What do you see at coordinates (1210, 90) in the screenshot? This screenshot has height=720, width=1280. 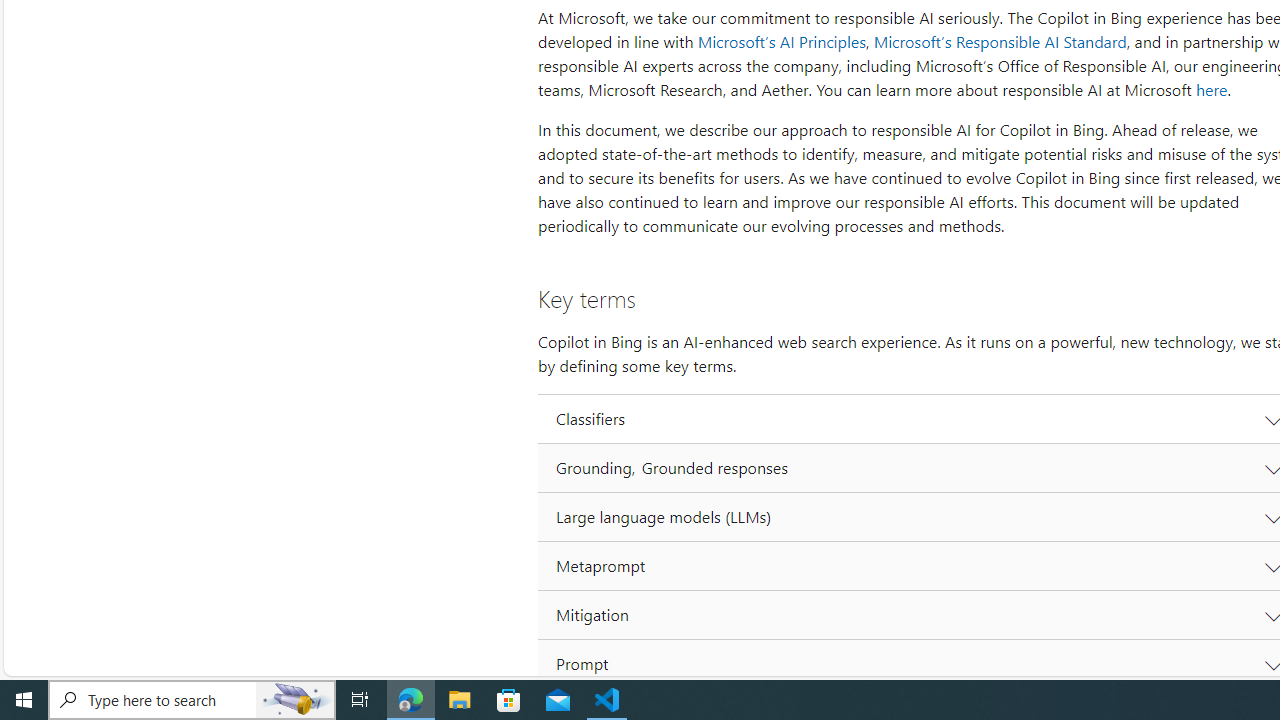 I see `'here'` at bounding box center [1210, 90].